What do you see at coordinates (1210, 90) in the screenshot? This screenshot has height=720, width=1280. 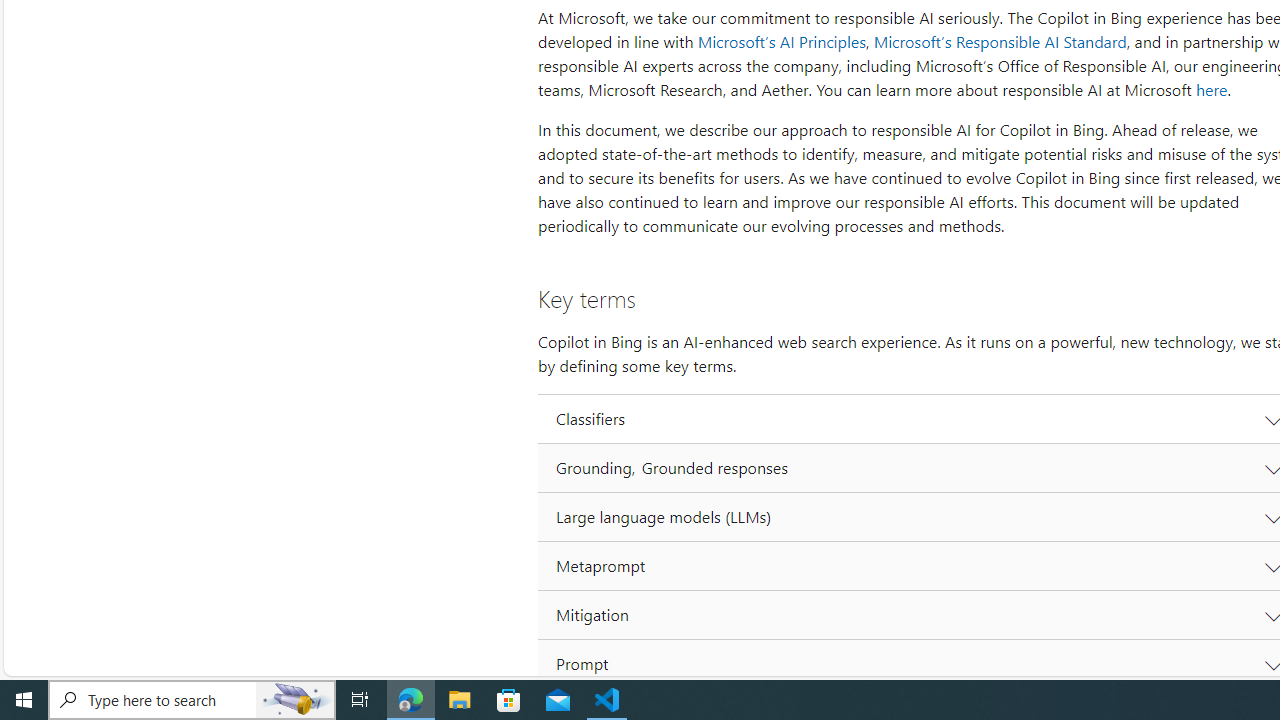 I see `'here'` at bounding box center [1210, 90].